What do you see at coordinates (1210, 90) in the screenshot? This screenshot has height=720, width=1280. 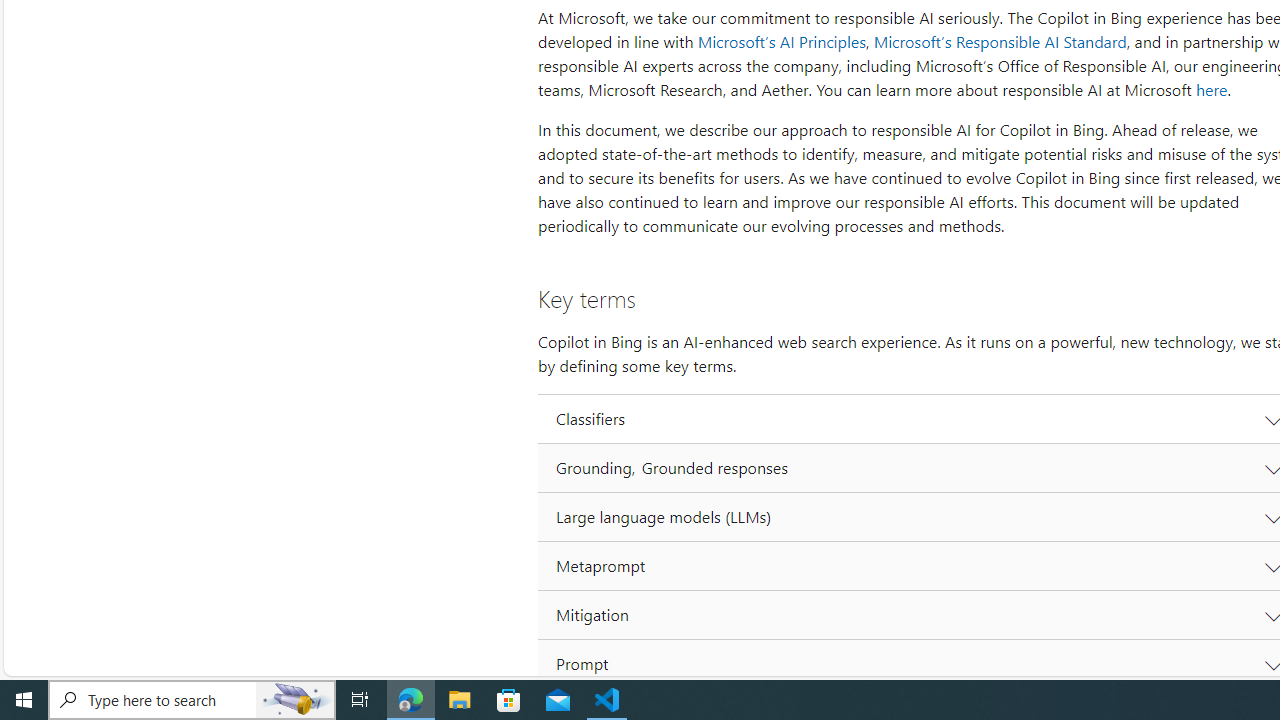 I see `'here'` at bounding box center [1210, 90].